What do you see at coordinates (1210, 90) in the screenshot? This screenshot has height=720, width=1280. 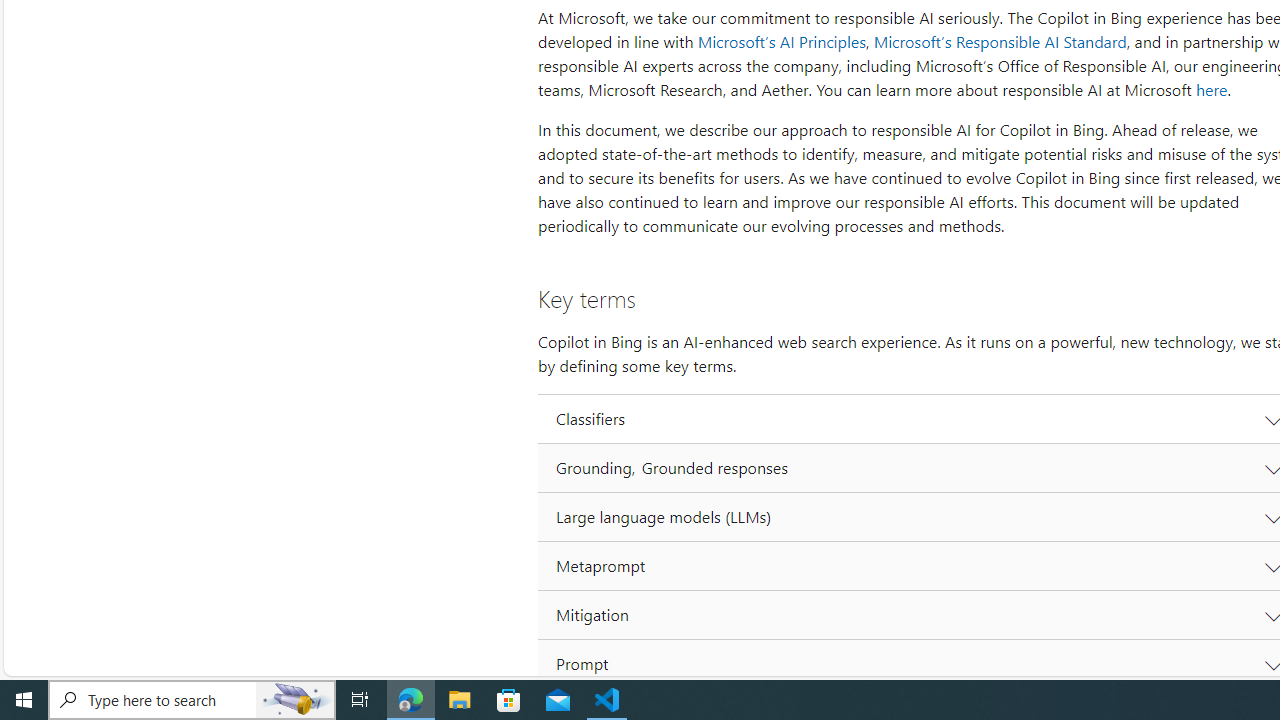 I see `'here'` at bounding box center [1210, 90].